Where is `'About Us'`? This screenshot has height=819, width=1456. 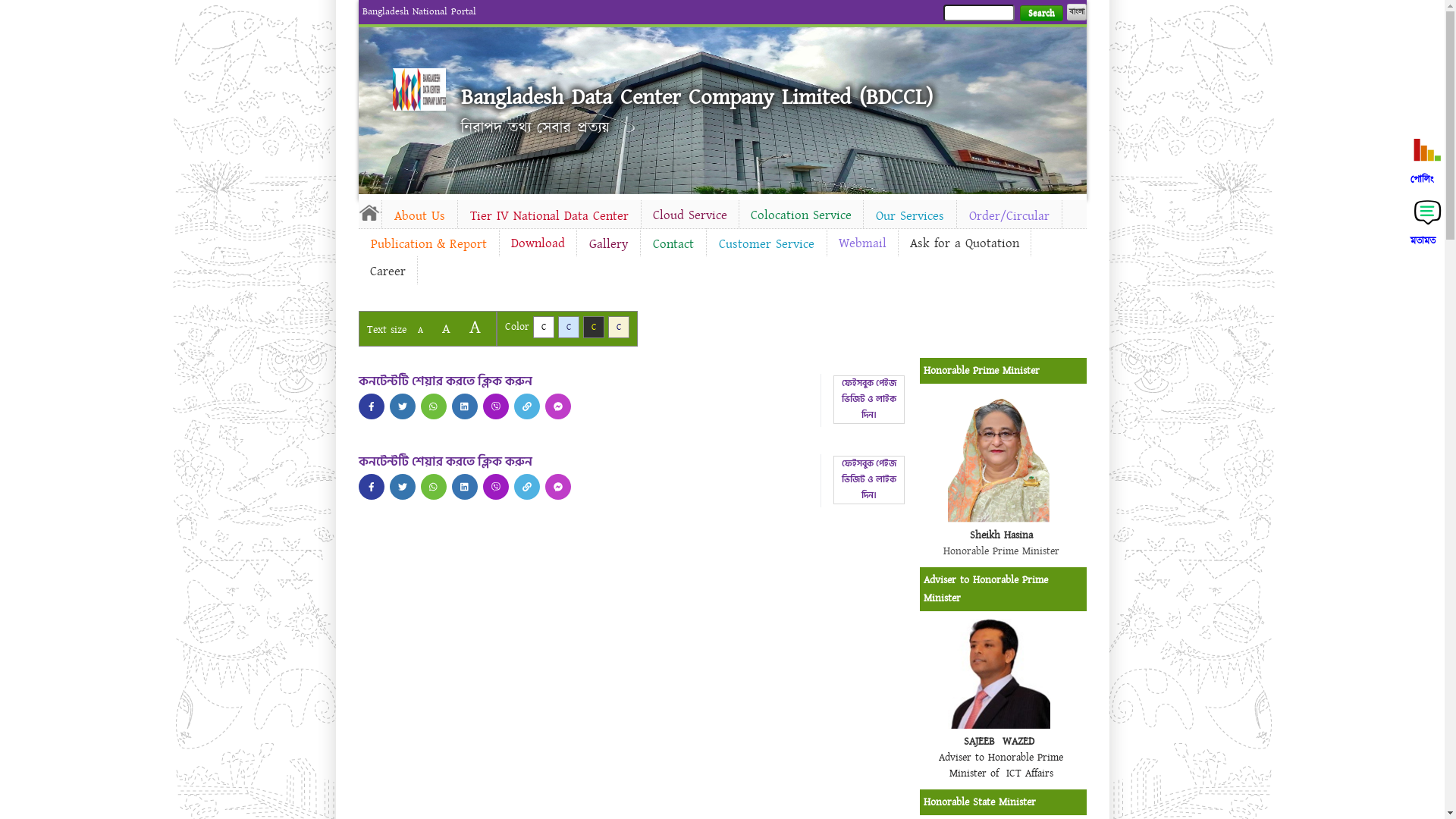
'About Us' is located at coordinates (419, 216).